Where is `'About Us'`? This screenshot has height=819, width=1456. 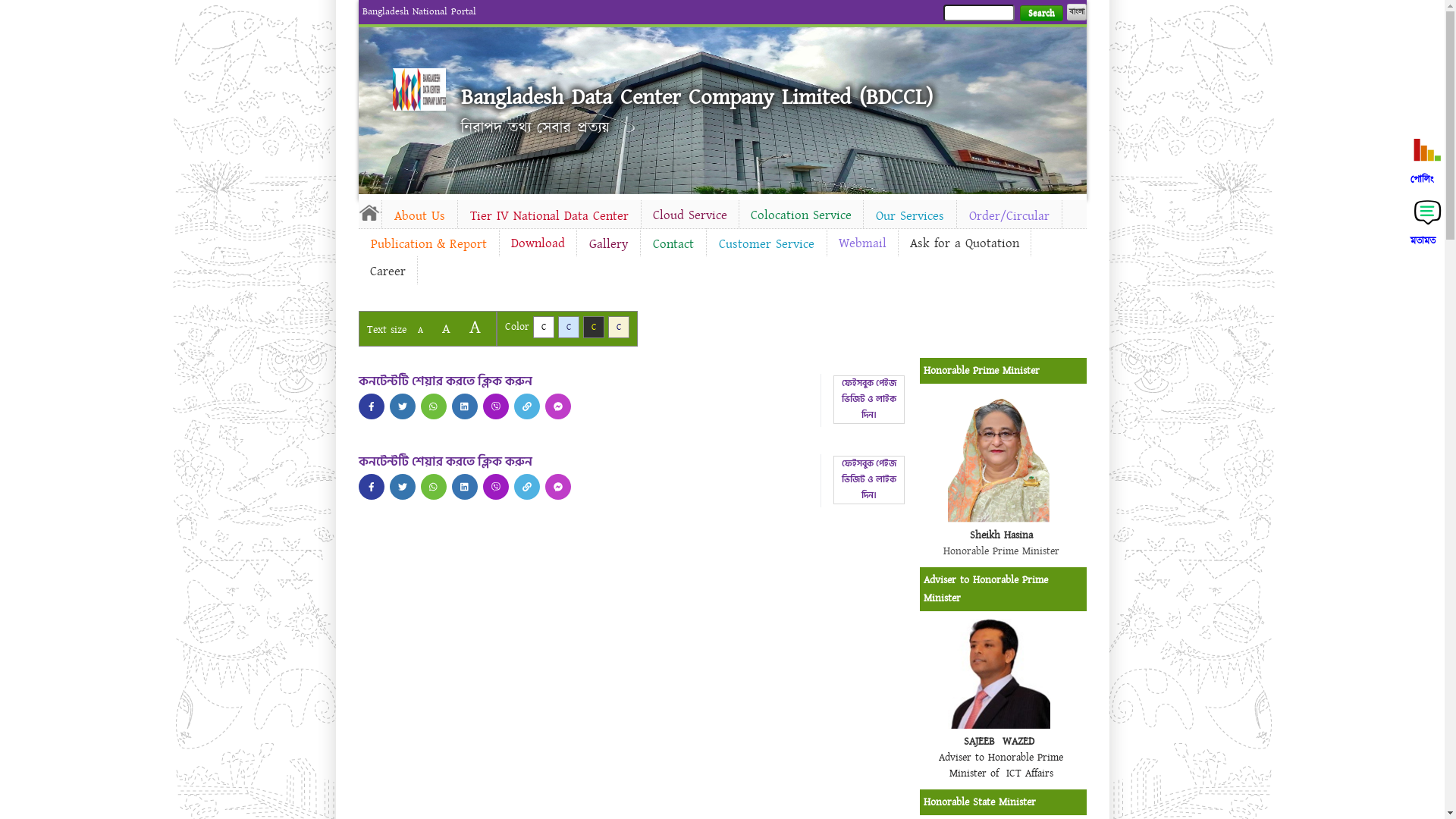
'About Us' is located at coordinates (419, 216).